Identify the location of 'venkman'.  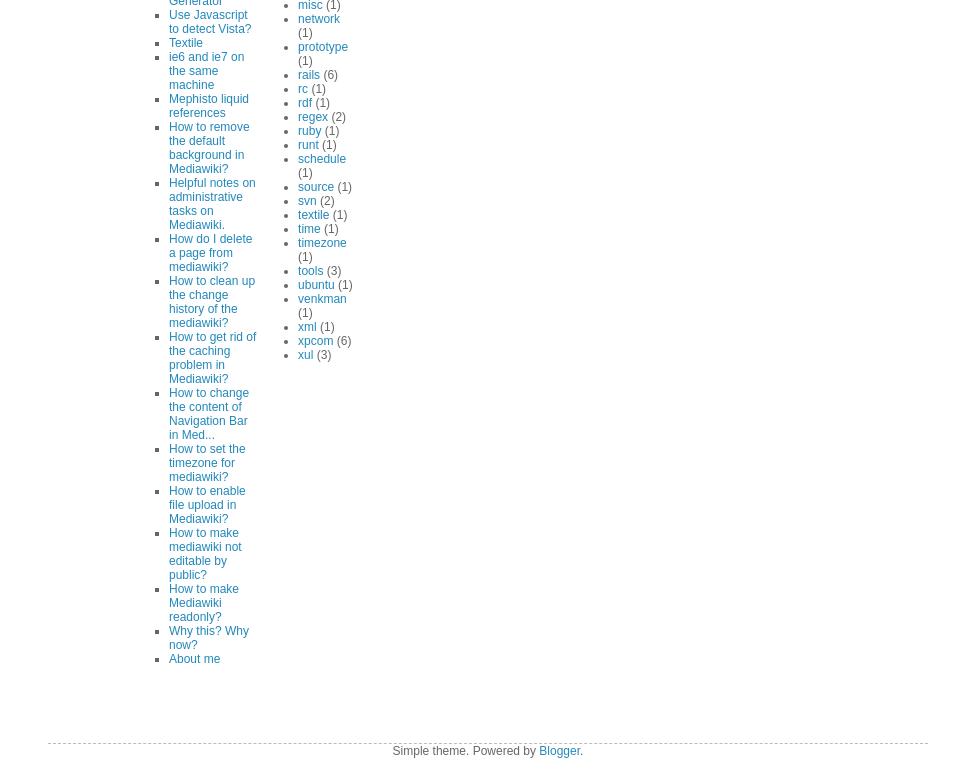
(320, 297).